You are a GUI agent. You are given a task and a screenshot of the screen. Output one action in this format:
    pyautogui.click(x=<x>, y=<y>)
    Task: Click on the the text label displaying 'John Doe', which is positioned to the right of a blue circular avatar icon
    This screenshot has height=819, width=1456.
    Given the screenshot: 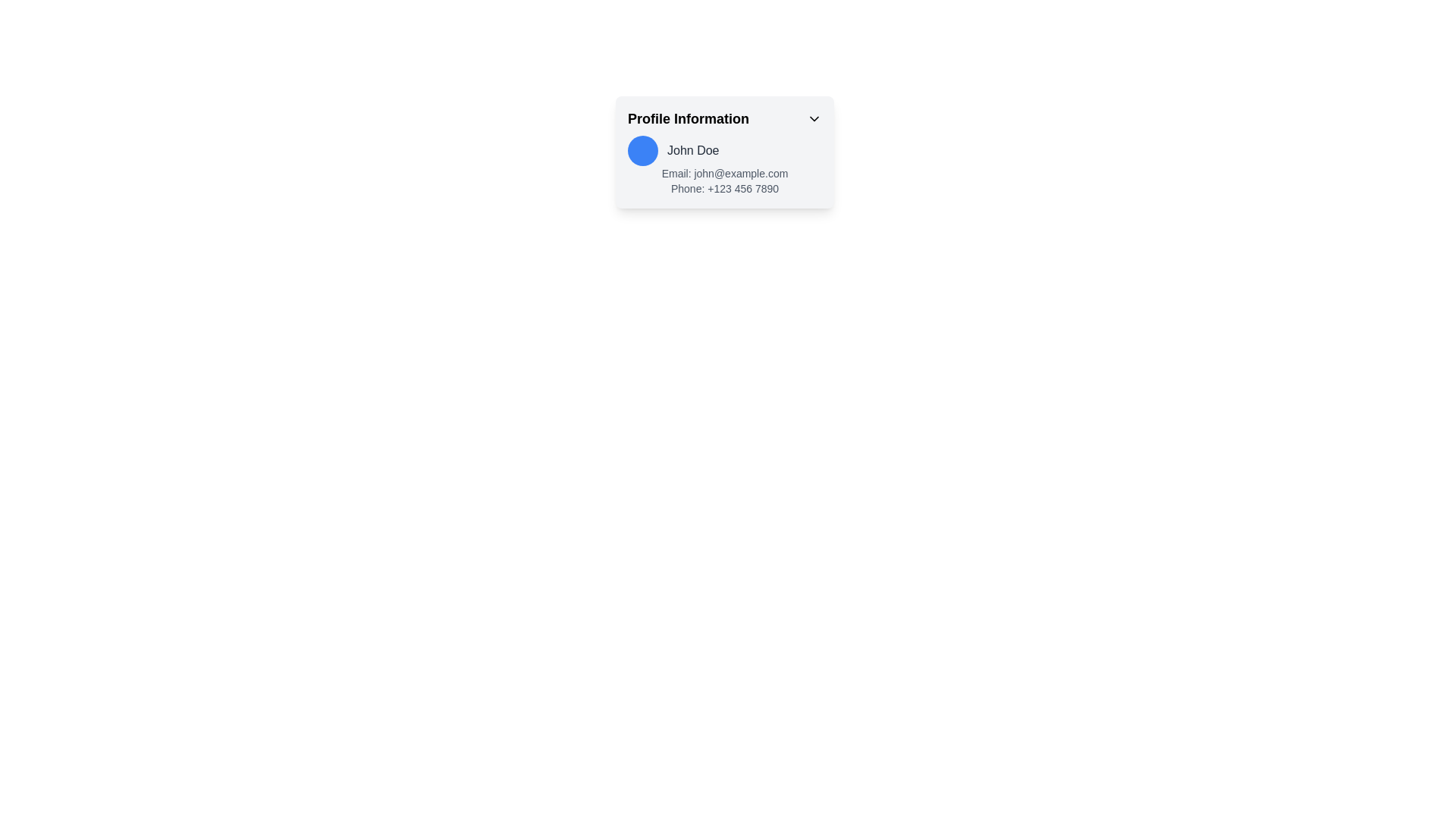 What is the action you would take?
    pyautogui.click(x=692, y=151)
    